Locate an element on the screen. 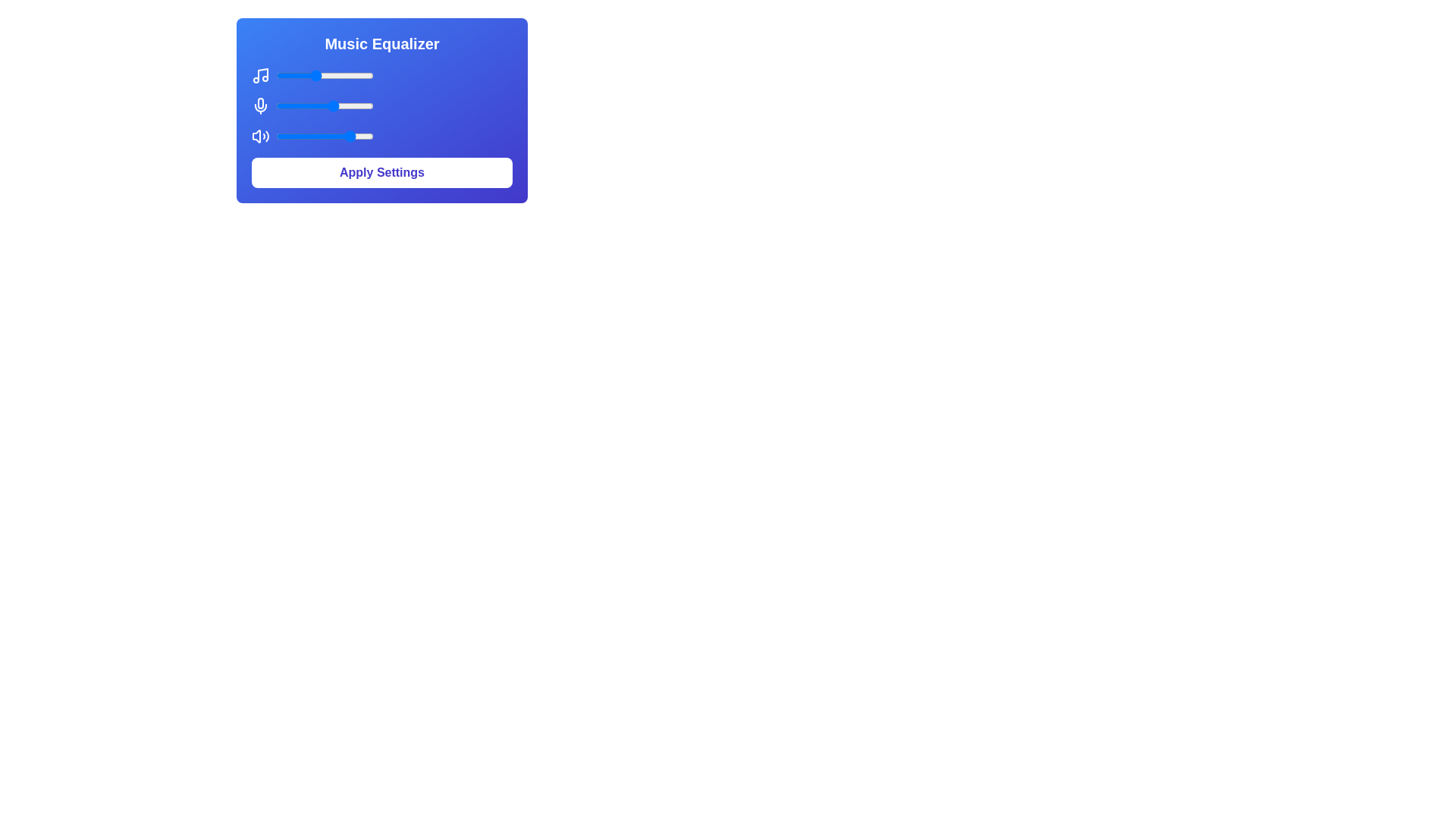 The image size is (1456, 819). the slider is located at coordinates (365, 105).